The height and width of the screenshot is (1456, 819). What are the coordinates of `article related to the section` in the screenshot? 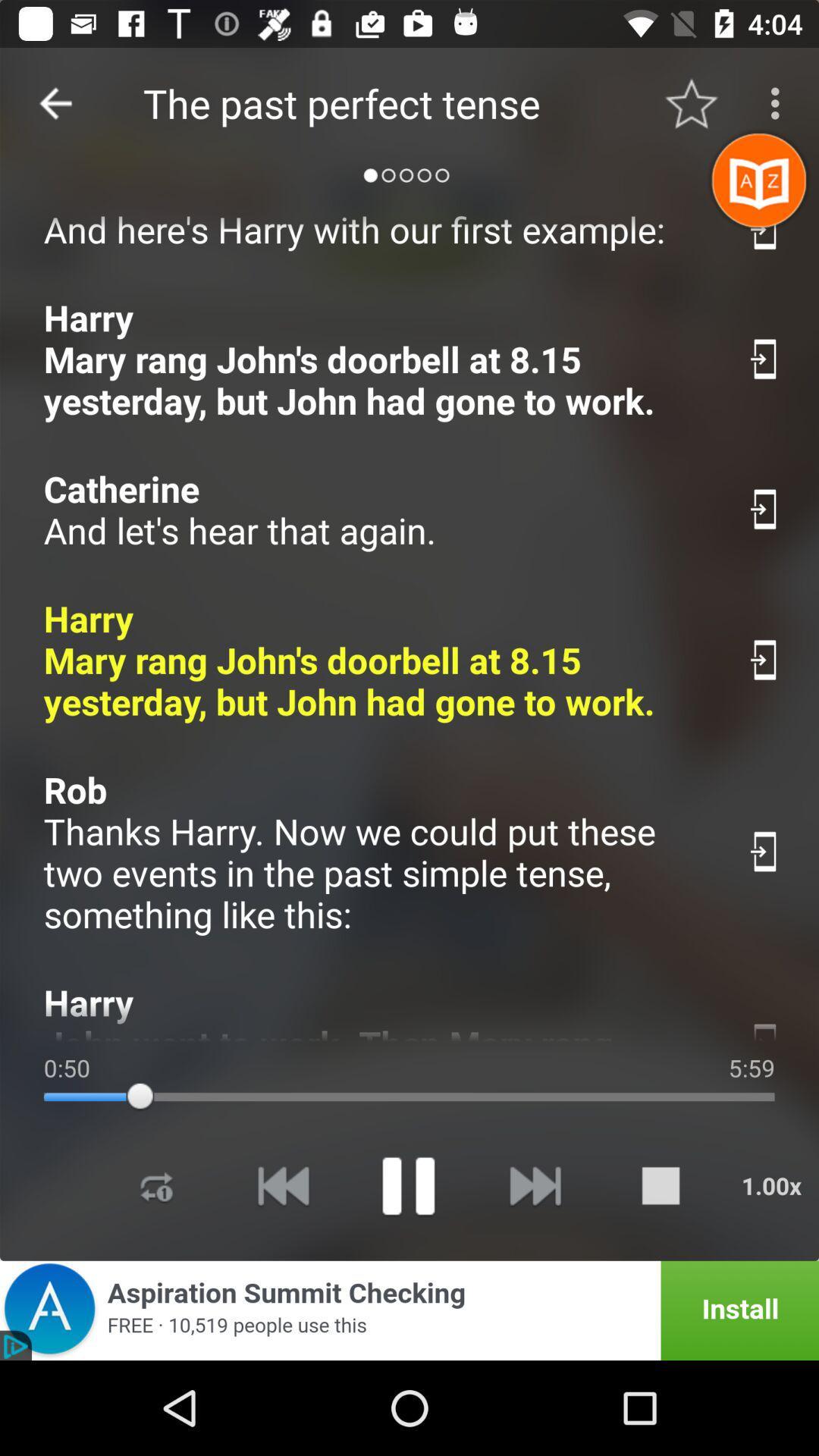 It's located at (765, 228).